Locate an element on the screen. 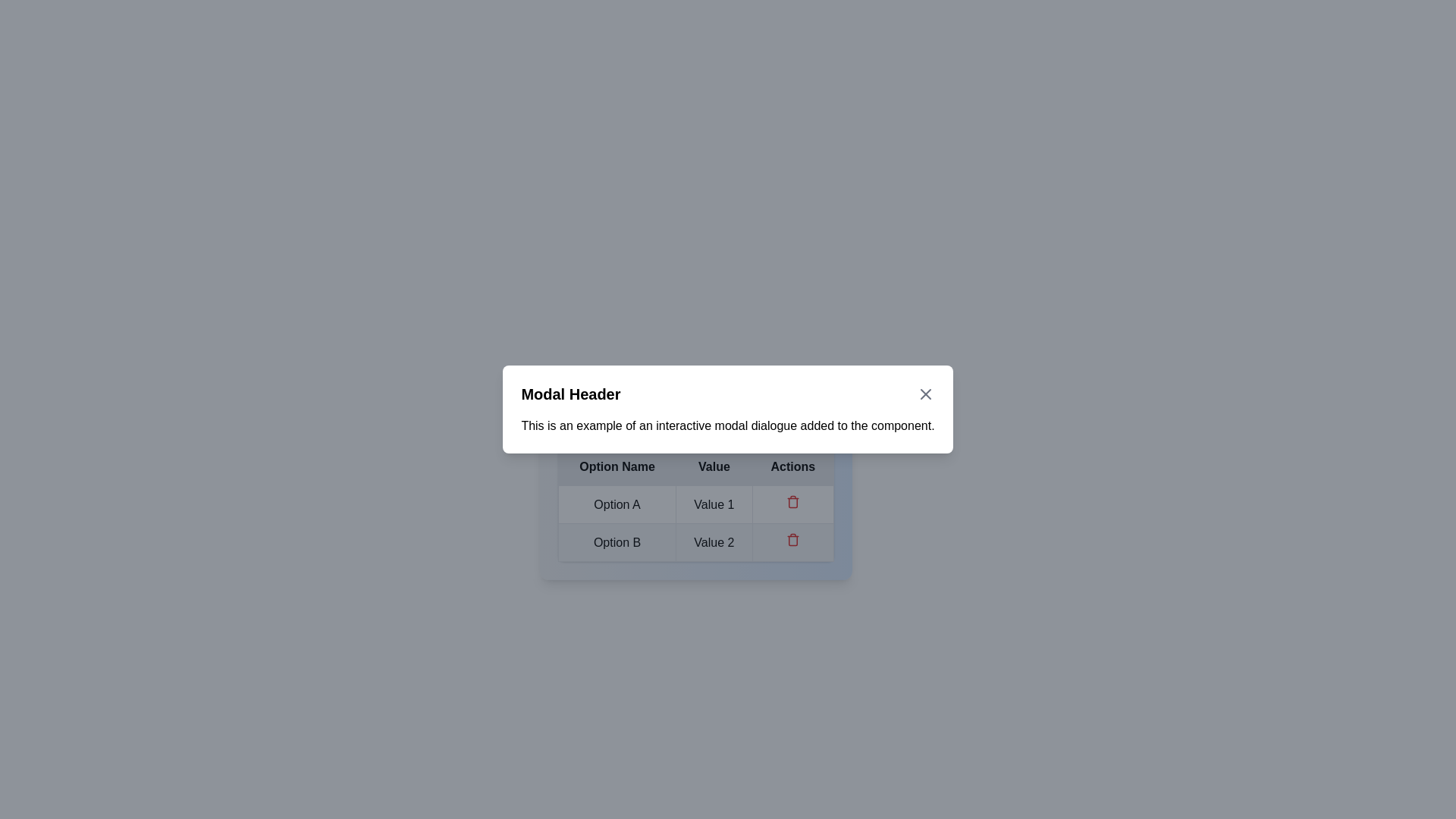 The height and width of the screenshot is (819, 1456). the static text label displaying the value for 'Option A' in the middle column of its row is located at coordinates (713, 504).